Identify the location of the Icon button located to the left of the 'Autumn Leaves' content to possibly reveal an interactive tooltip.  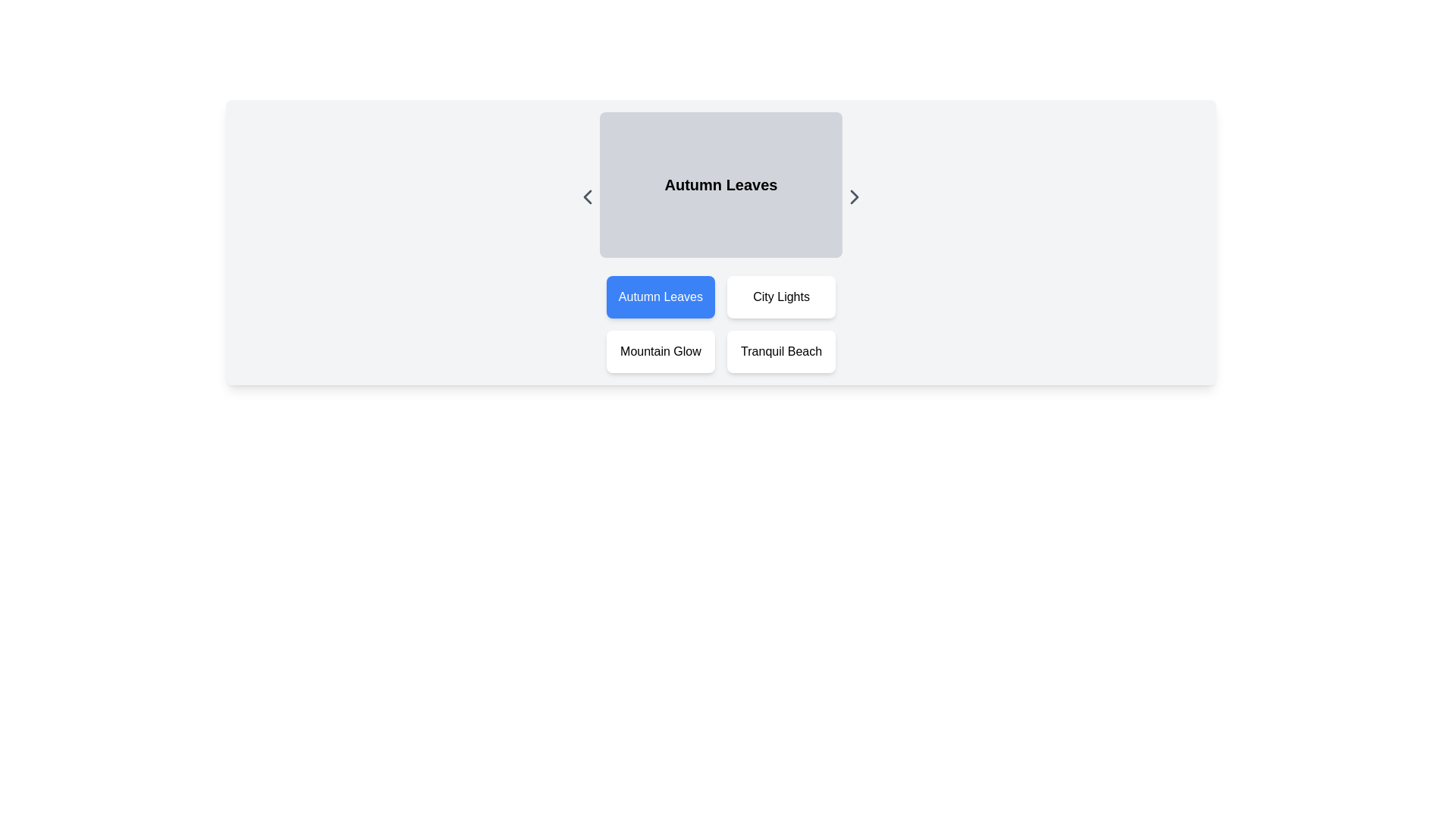
(586, 196).